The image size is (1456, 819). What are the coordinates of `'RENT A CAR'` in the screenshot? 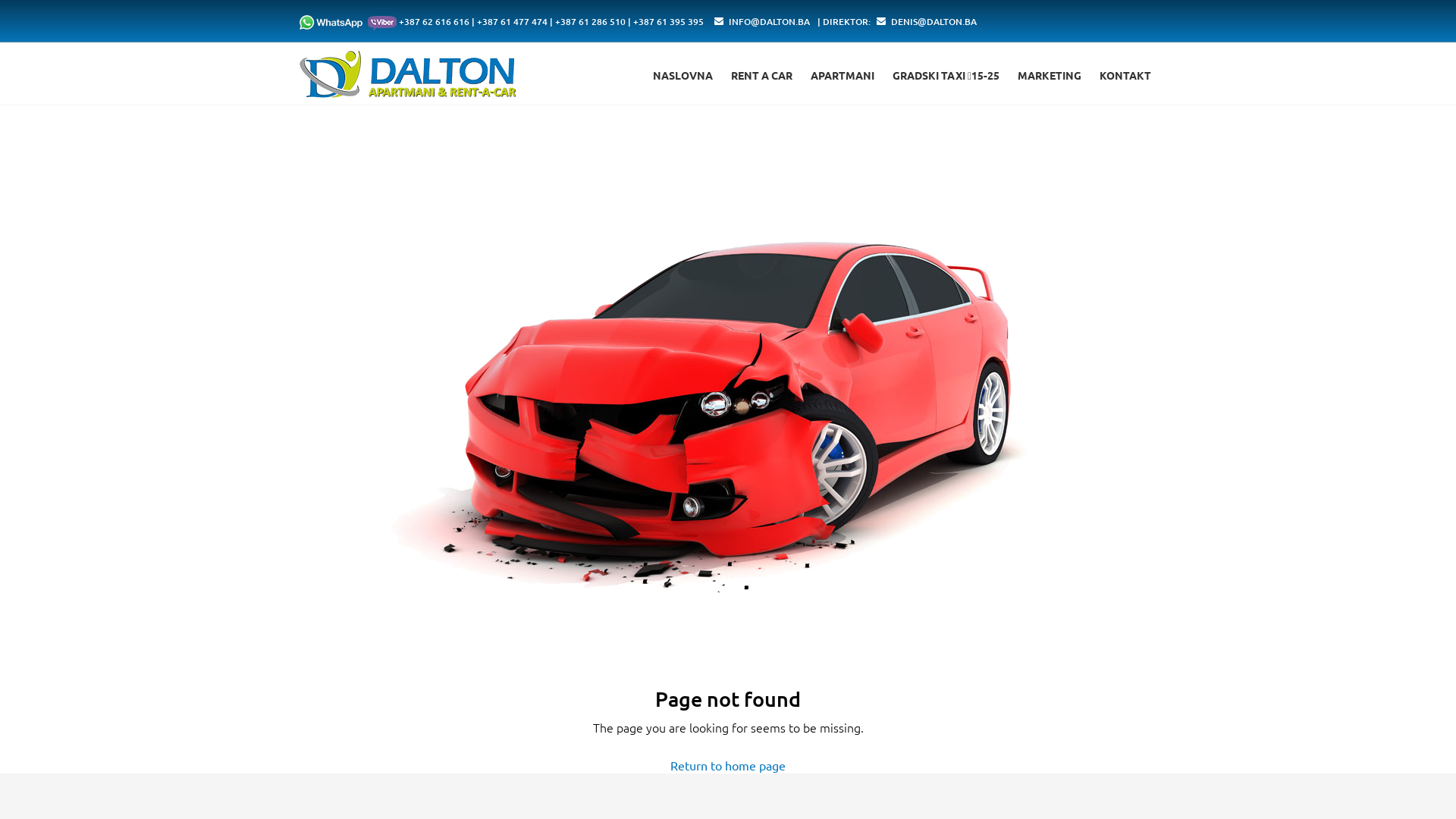 It's located at (761, 75).